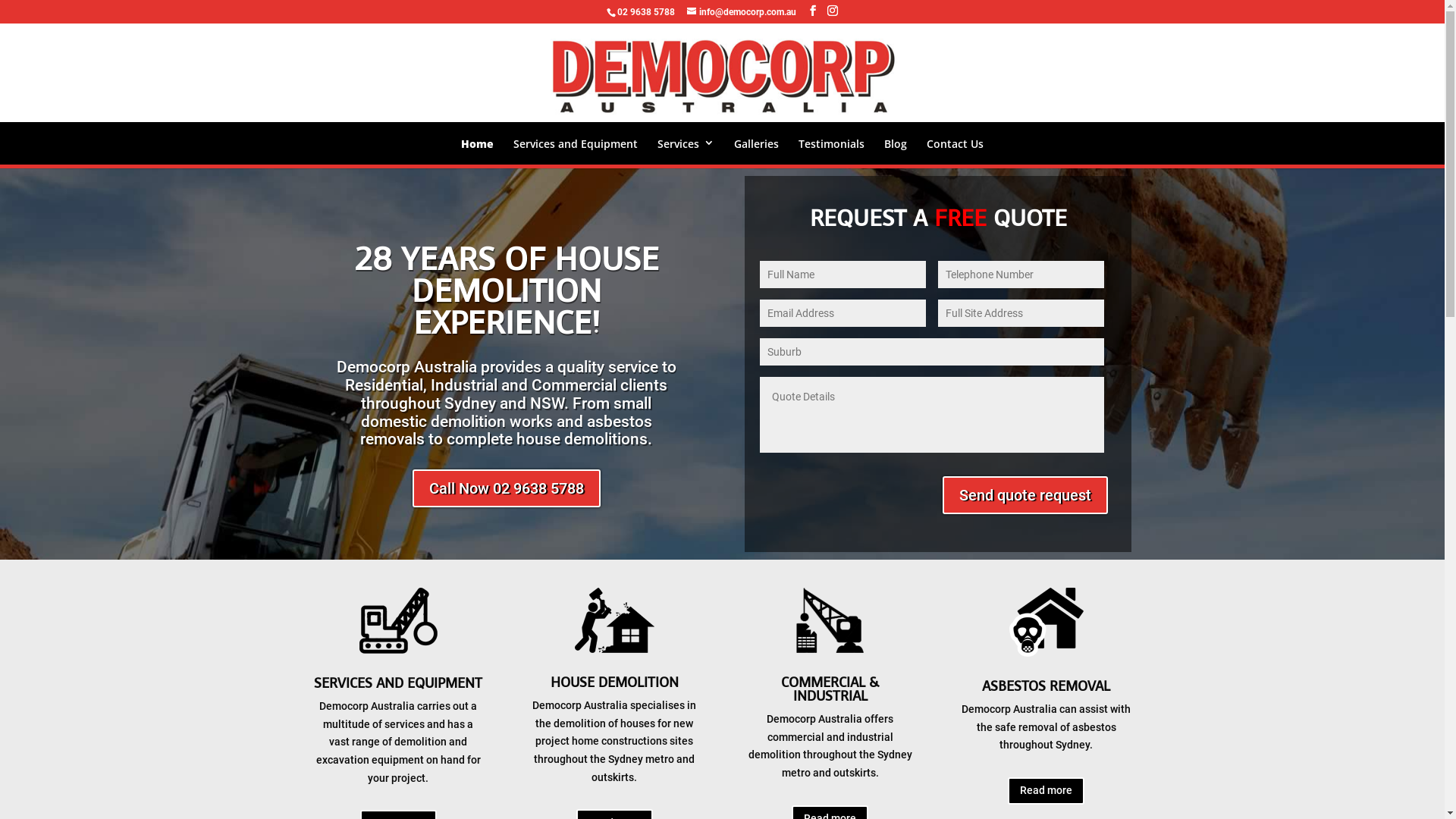 Image resolution: width=1456 pixels, height=819 pixels. Describe the element at coordinates (830, 143) in the screenshot. I see `'Testimonials'` at that location.